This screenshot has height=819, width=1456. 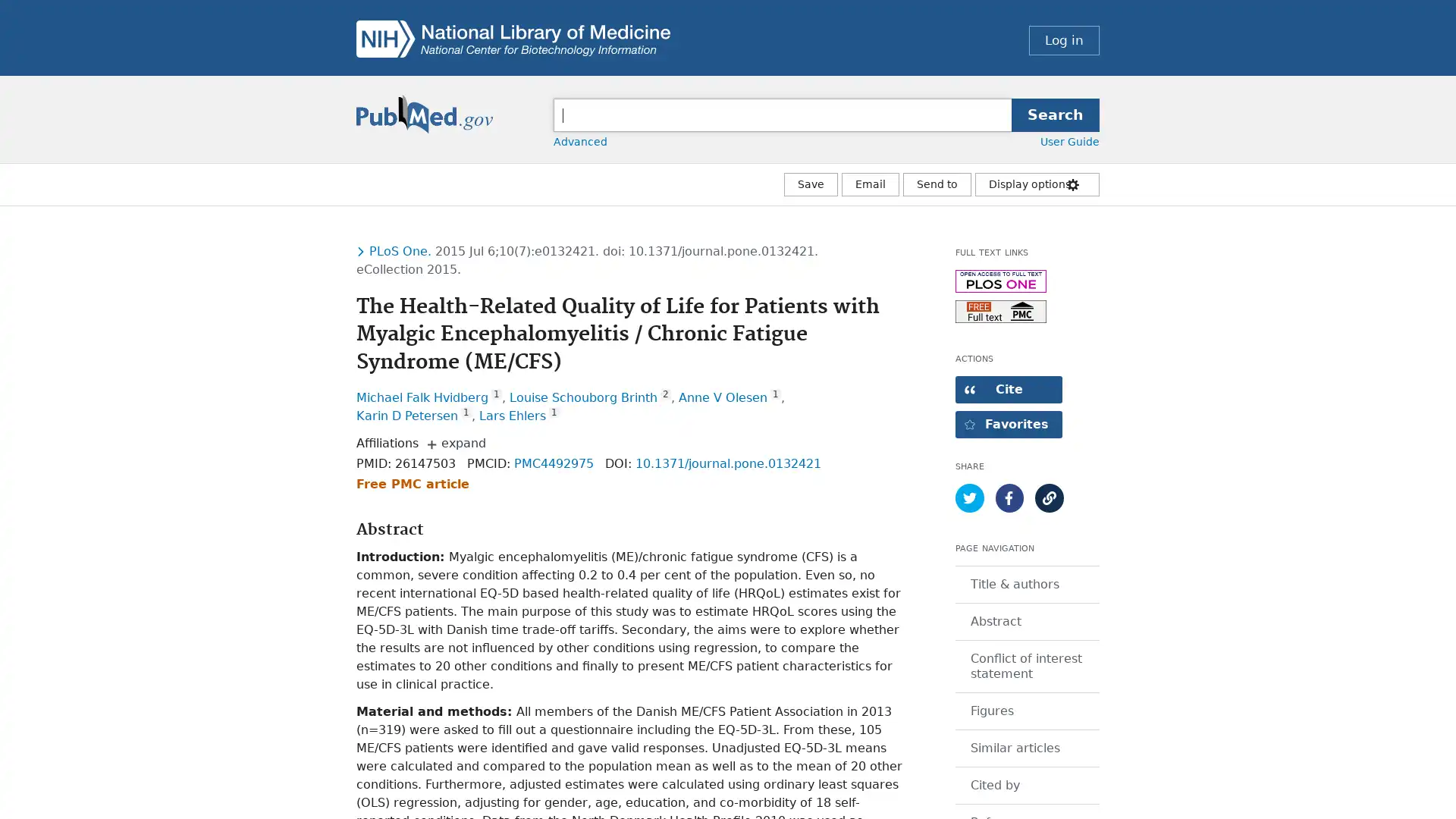 What do you see at coordinates (937, 184) in the screenshot?
I see `More Actions` at bounding box center [937, 184].